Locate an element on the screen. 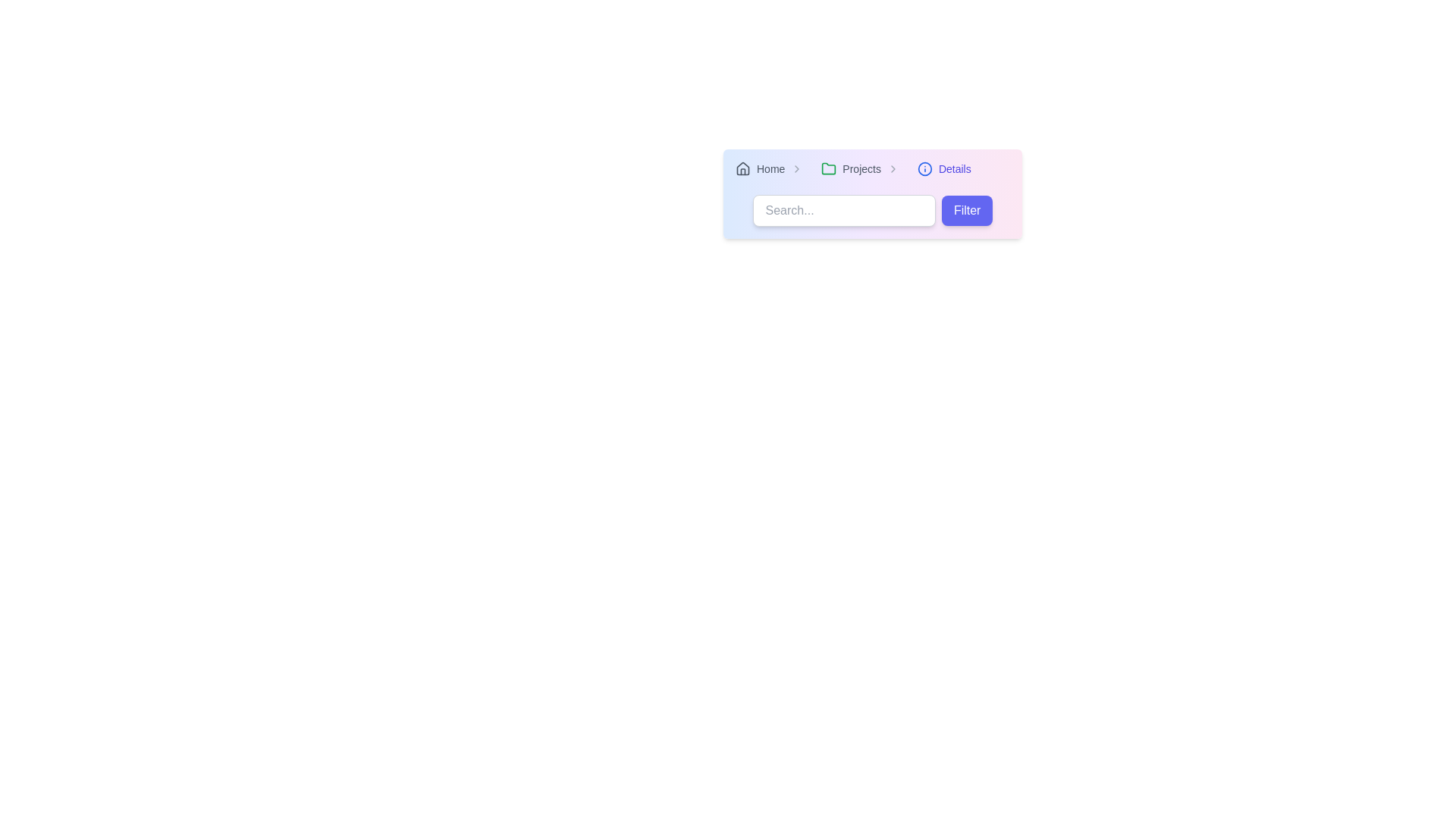 Image resolution: width=1456 pixels, height=819 pixels. the home icon in the breadcrumb navigation, which is represented as a house shape with a triangular roof and rectangular base, located at the upper left corner of the interface is located at coordinates (742, 168).